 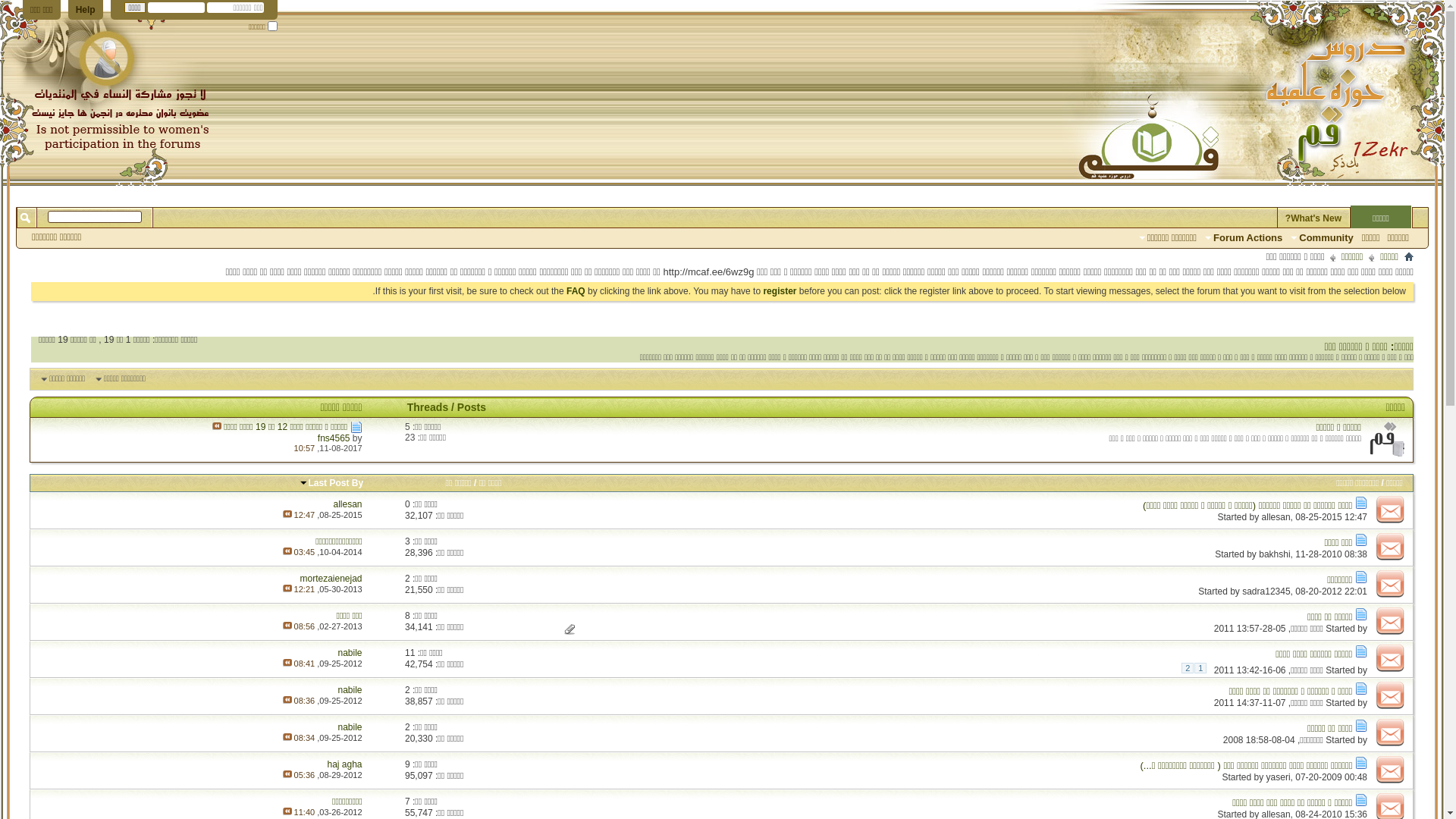 I want to click on 'fns4565', so click(x=316, y=438).